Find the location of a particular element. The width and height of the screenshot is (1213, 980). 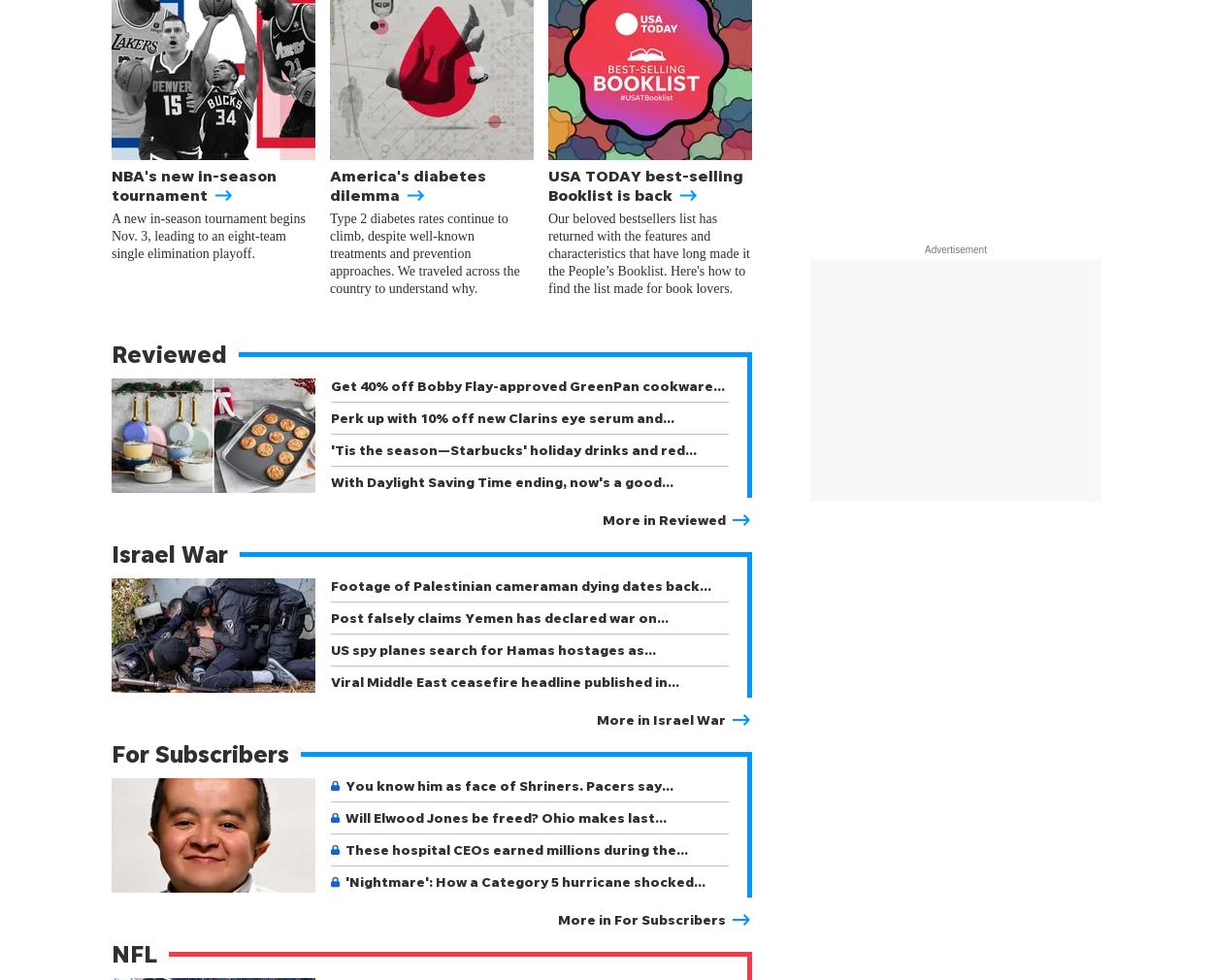

'More in For Subscribers' is located at coordinates (557, 919).